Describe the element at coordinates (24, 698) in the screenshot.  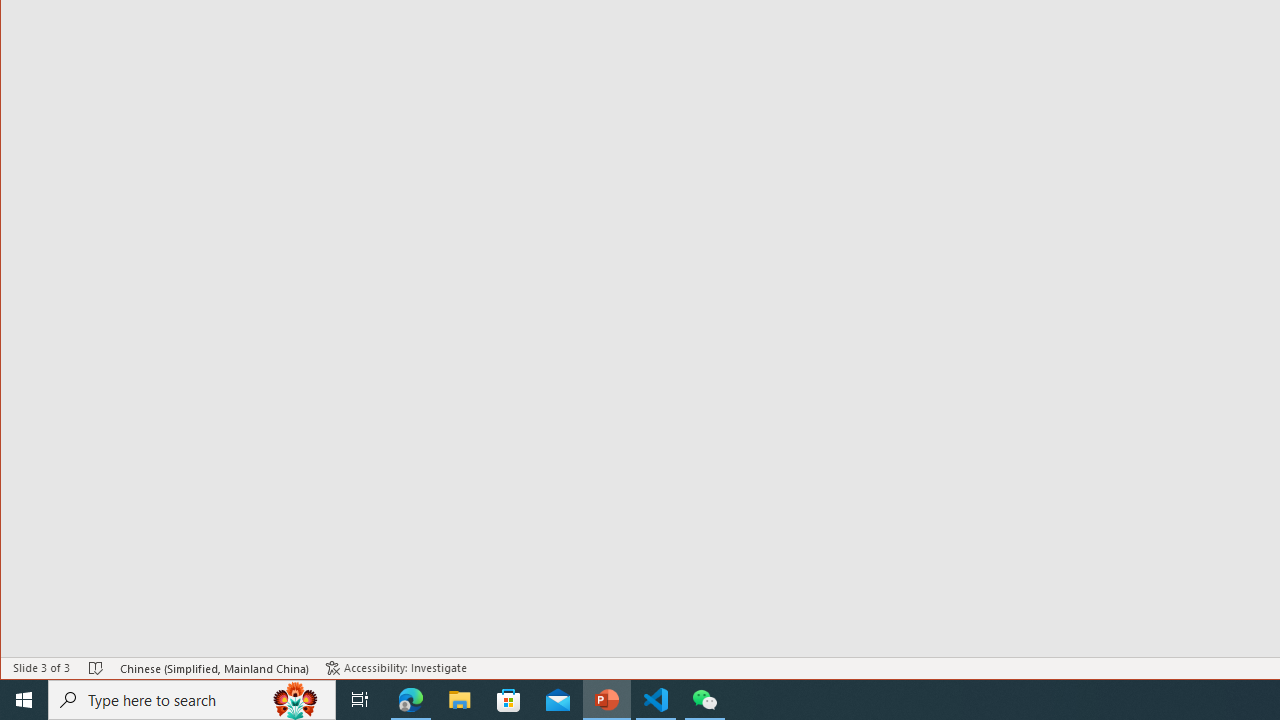
I see `'Start'` at that location.